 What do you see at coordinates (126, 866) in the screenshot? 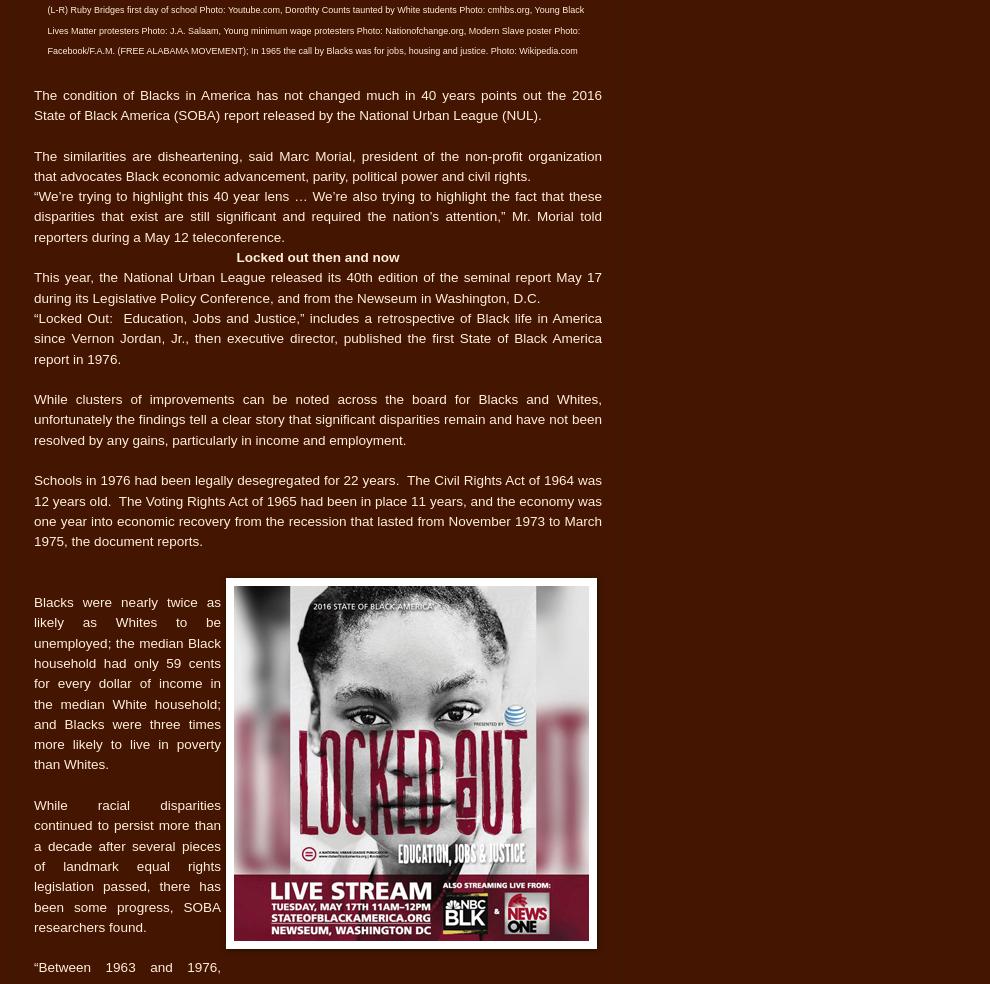
I see `'While racial disparities continued to persist more than a decade after several pieces of landmark equal rights legislation passed, there has been some progress, SOBA researchers found.'` at bounding box center [126, 866].